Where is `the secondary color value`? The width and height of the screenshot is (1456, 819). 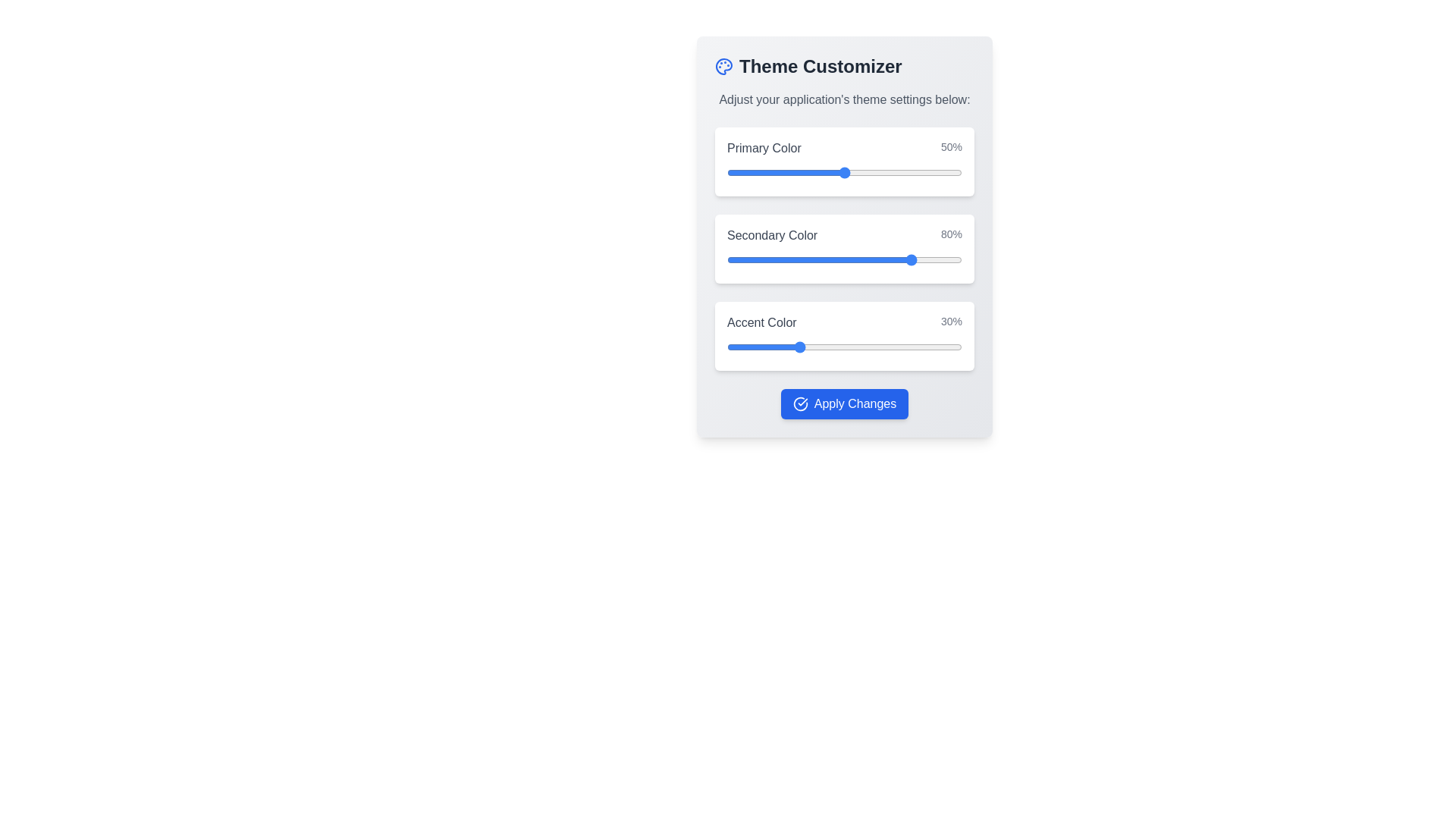 the secondary color value is located at coordinates (736, 259).